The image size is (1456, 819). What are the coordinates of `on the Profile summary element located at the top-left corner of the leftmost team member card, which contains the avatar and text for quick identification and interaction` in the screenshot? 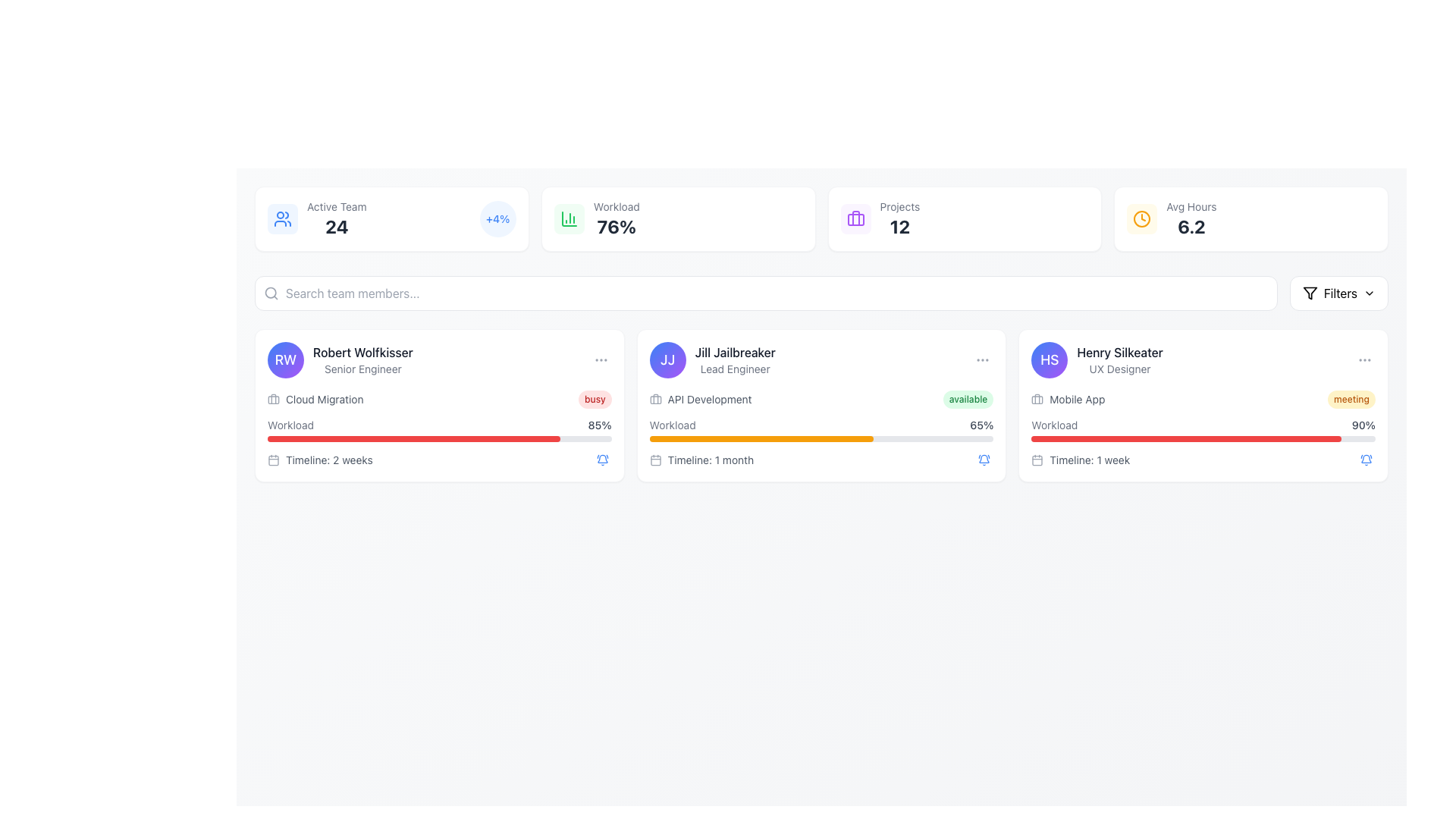 It's located at (339, 359).